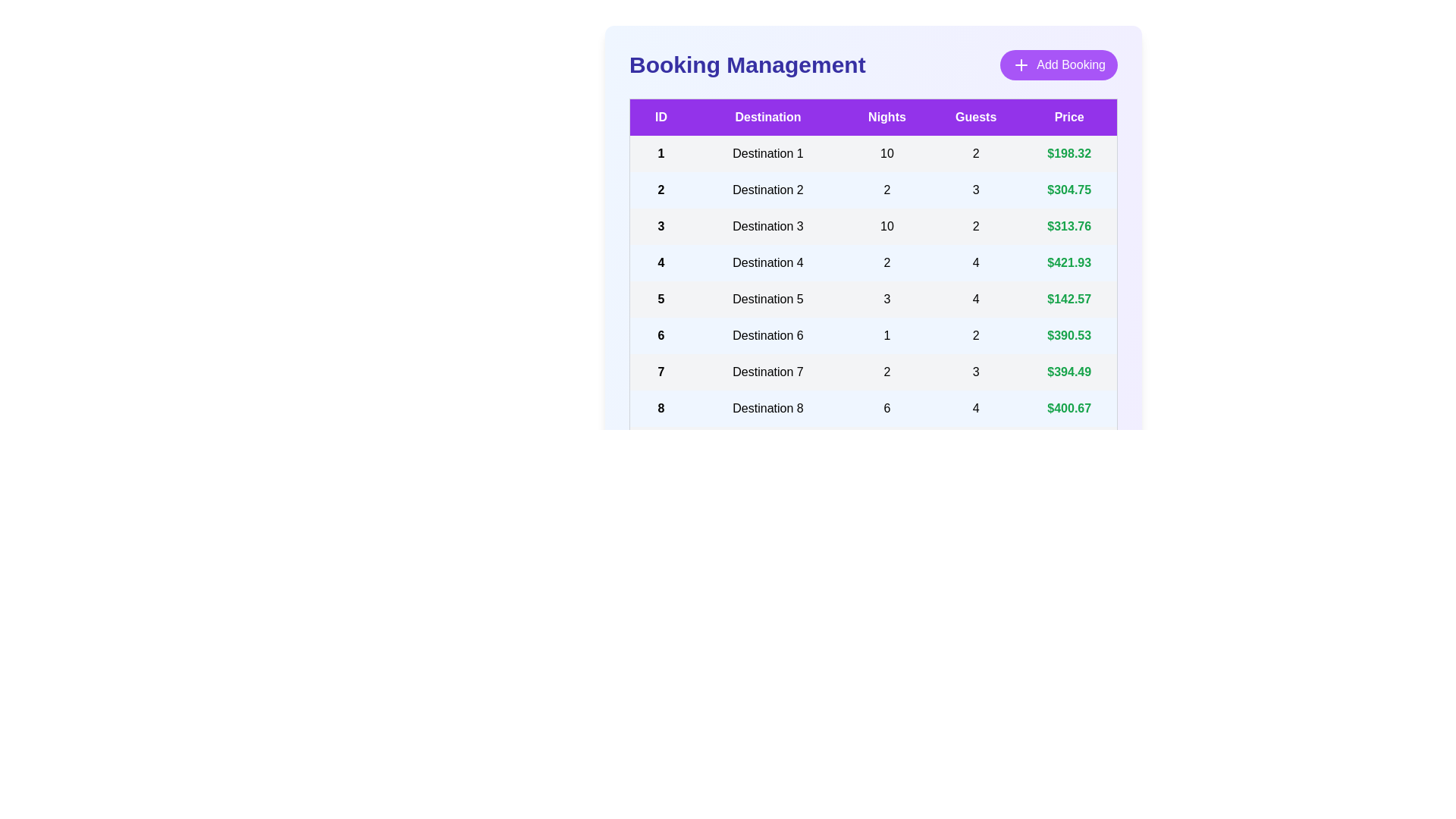  What do you see at coordinates (976, 116) in the screenshot?
I see `the column header Guests to sort the table by that column` at bounding box center [976, 116].